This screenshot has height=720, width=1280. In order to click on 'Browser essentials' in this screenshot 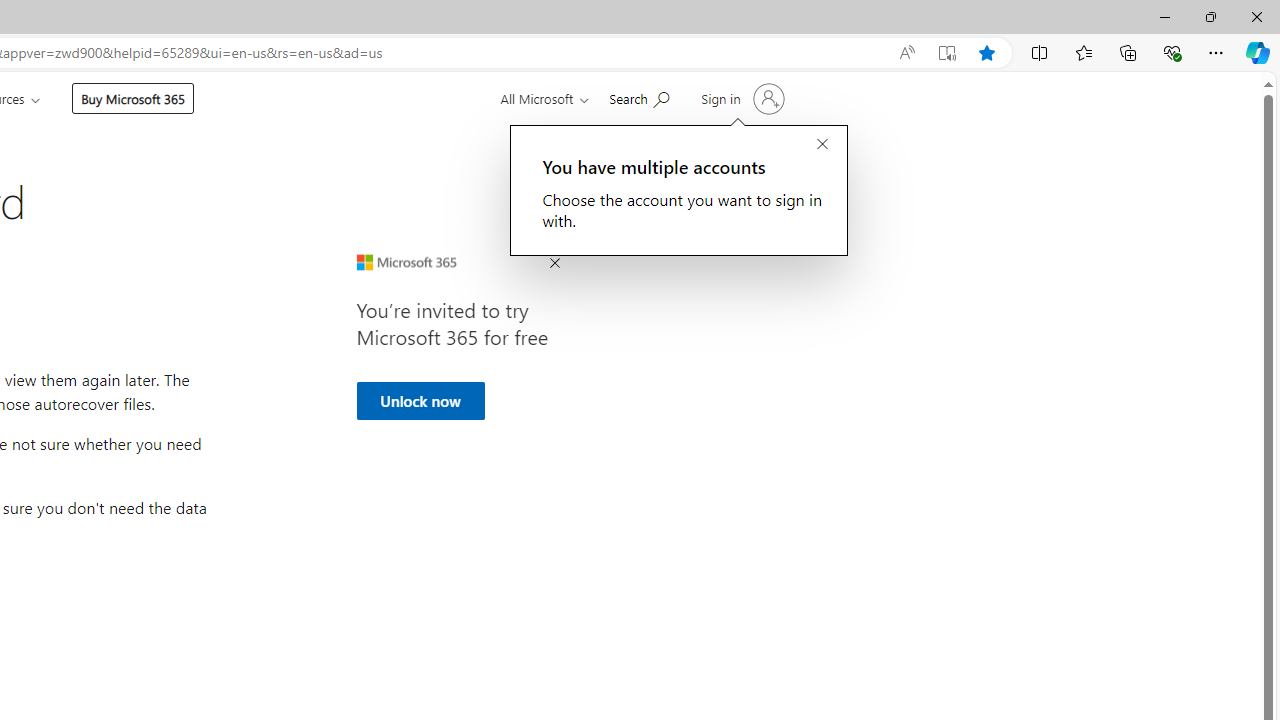, I will do `click(1171, 51)`.